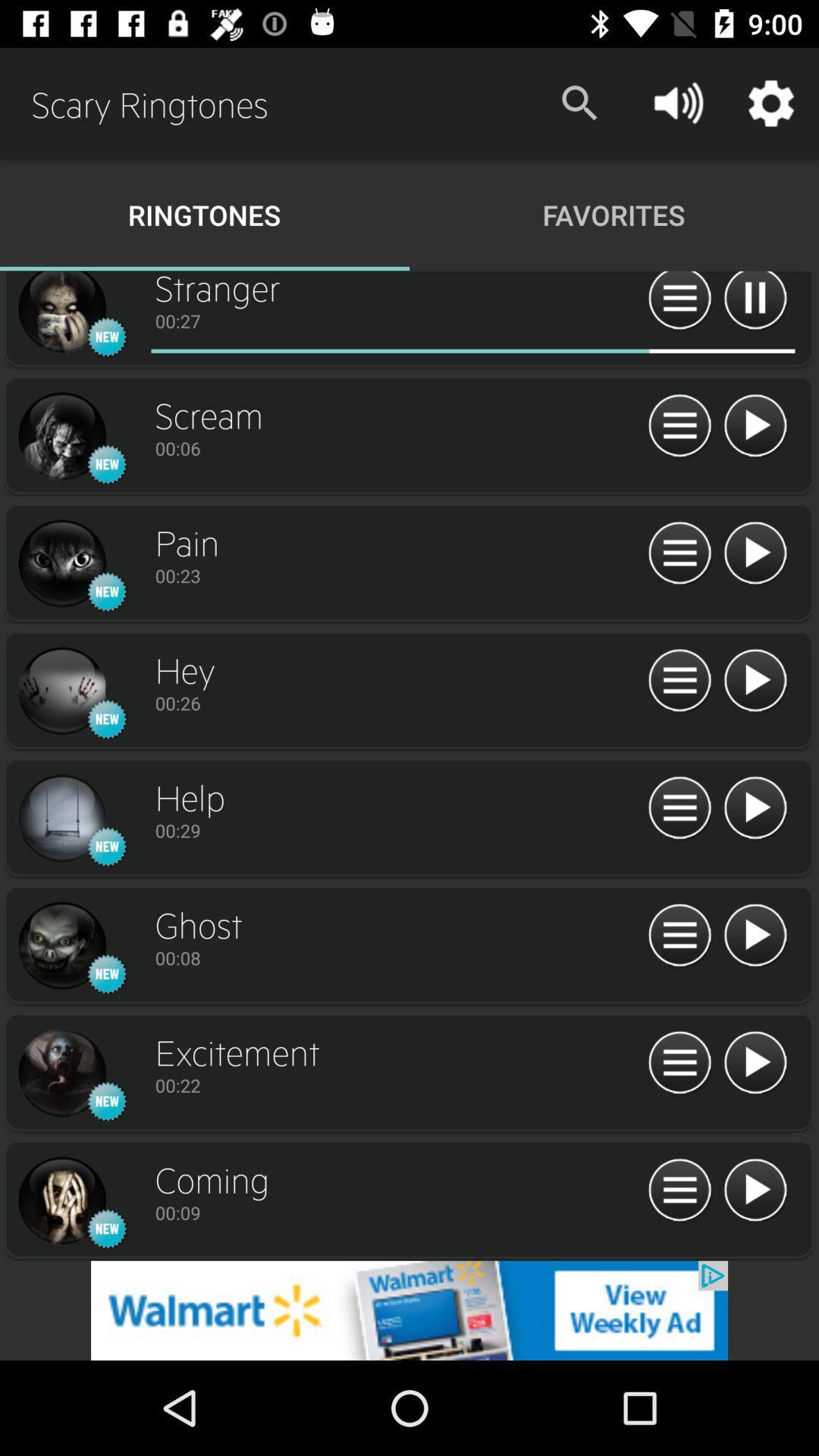  What do you see at coordinates (61, 818) in the screenshot?
I see `profile details` at bounding box center [61, 818].